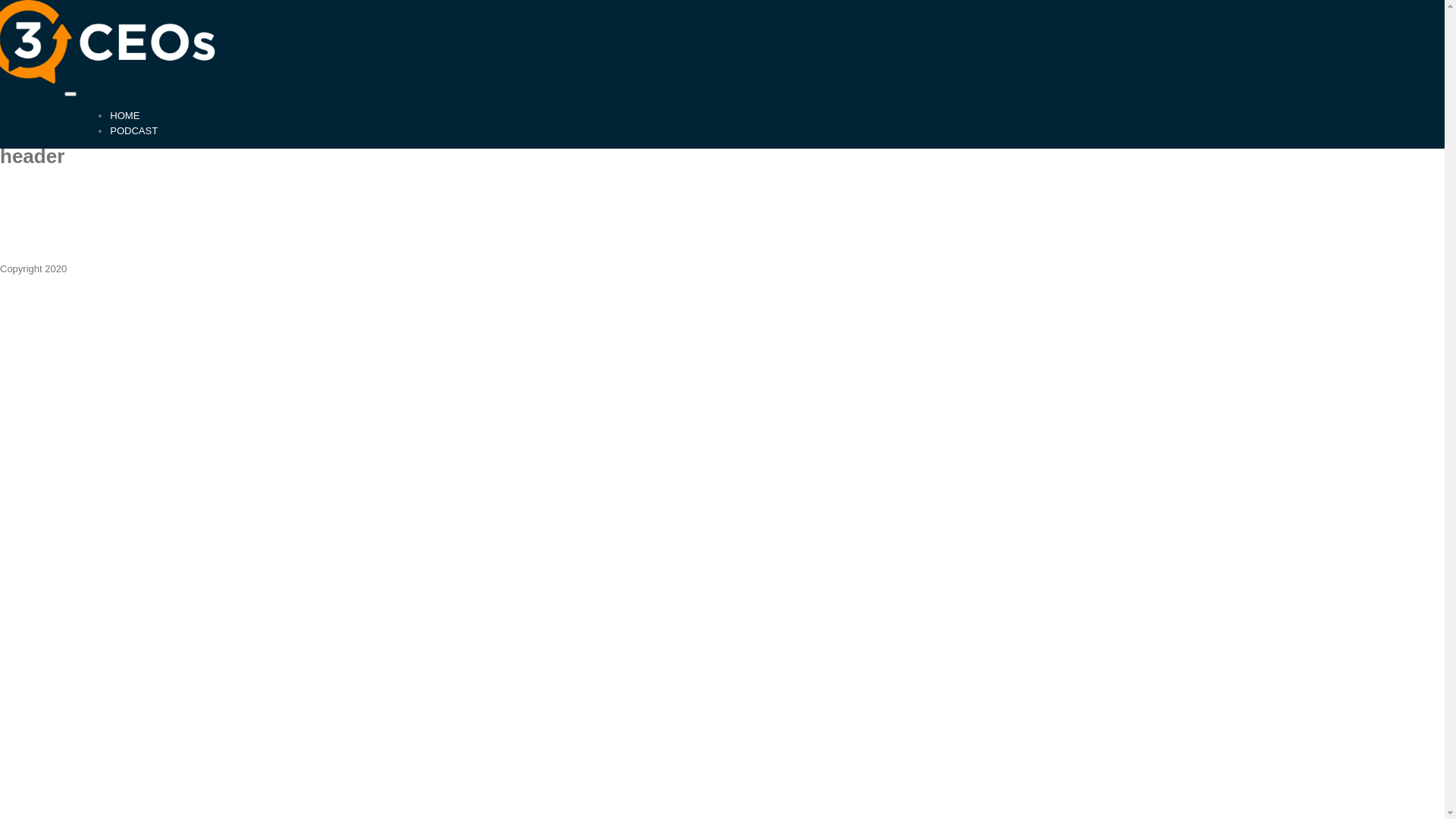  What do you see at coordinates (133, 129) in the screenshot?
I see `'PODCAST'` at bounding box center [133, 129].